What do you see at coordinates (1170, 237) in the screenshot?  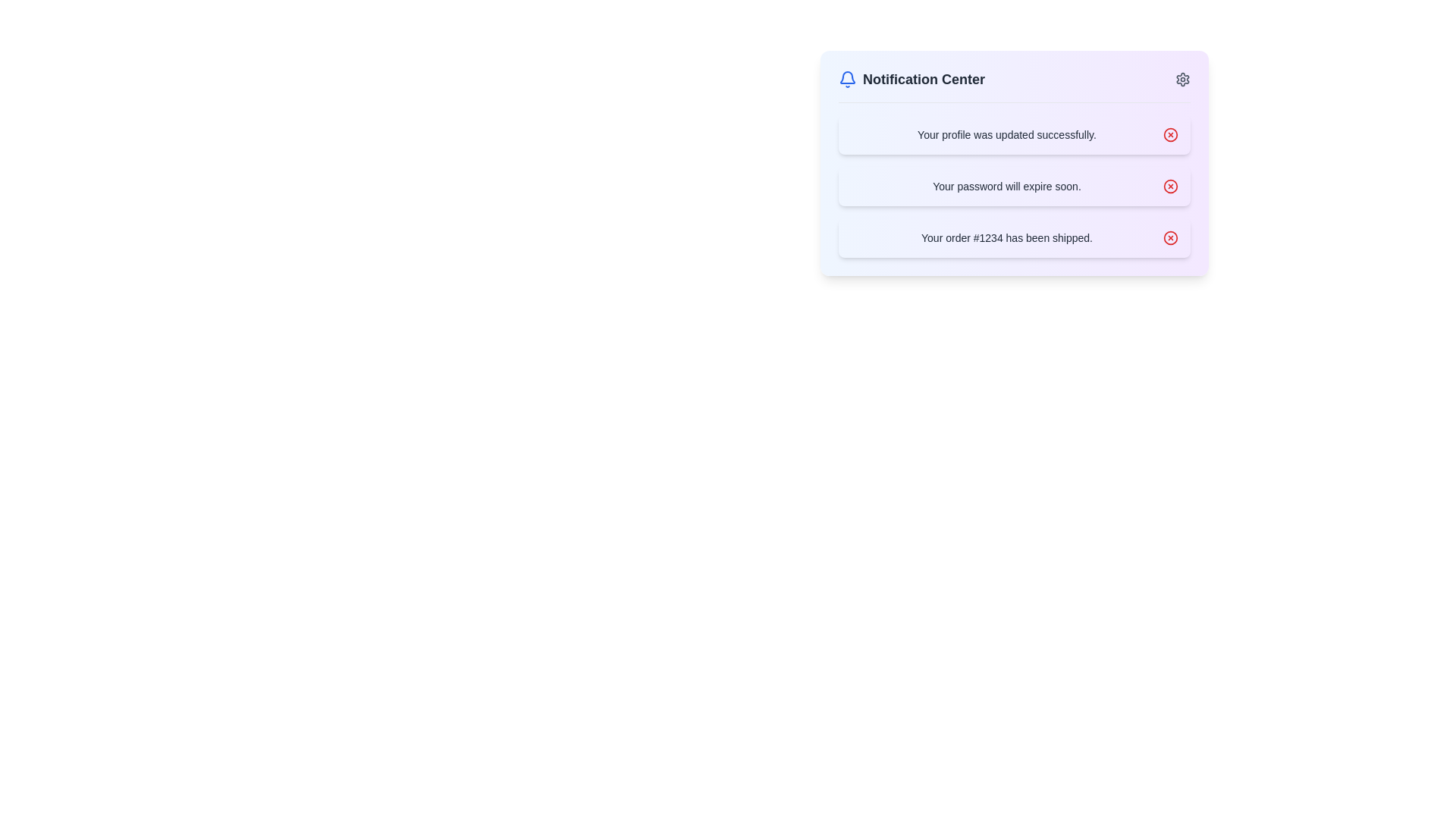 I see `the Circle element located on the rightmost side of the notification component adjacent to the 'Your order #1234 has been shipped.' message` at bounding box center [1170, 237].